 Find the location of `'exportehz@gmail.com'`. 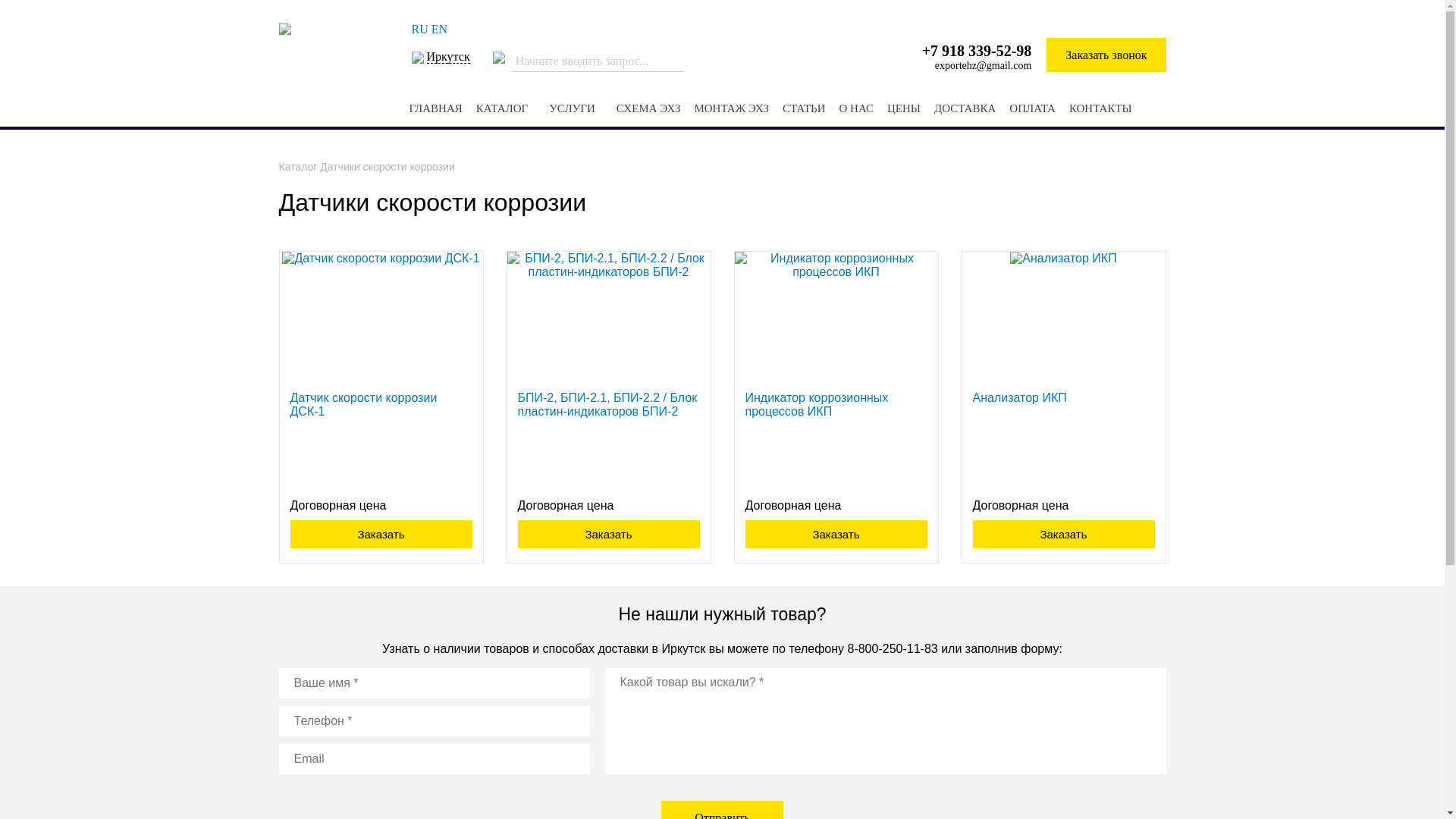

'exportehz@gmail.com' is located at coordinates (983, 64).